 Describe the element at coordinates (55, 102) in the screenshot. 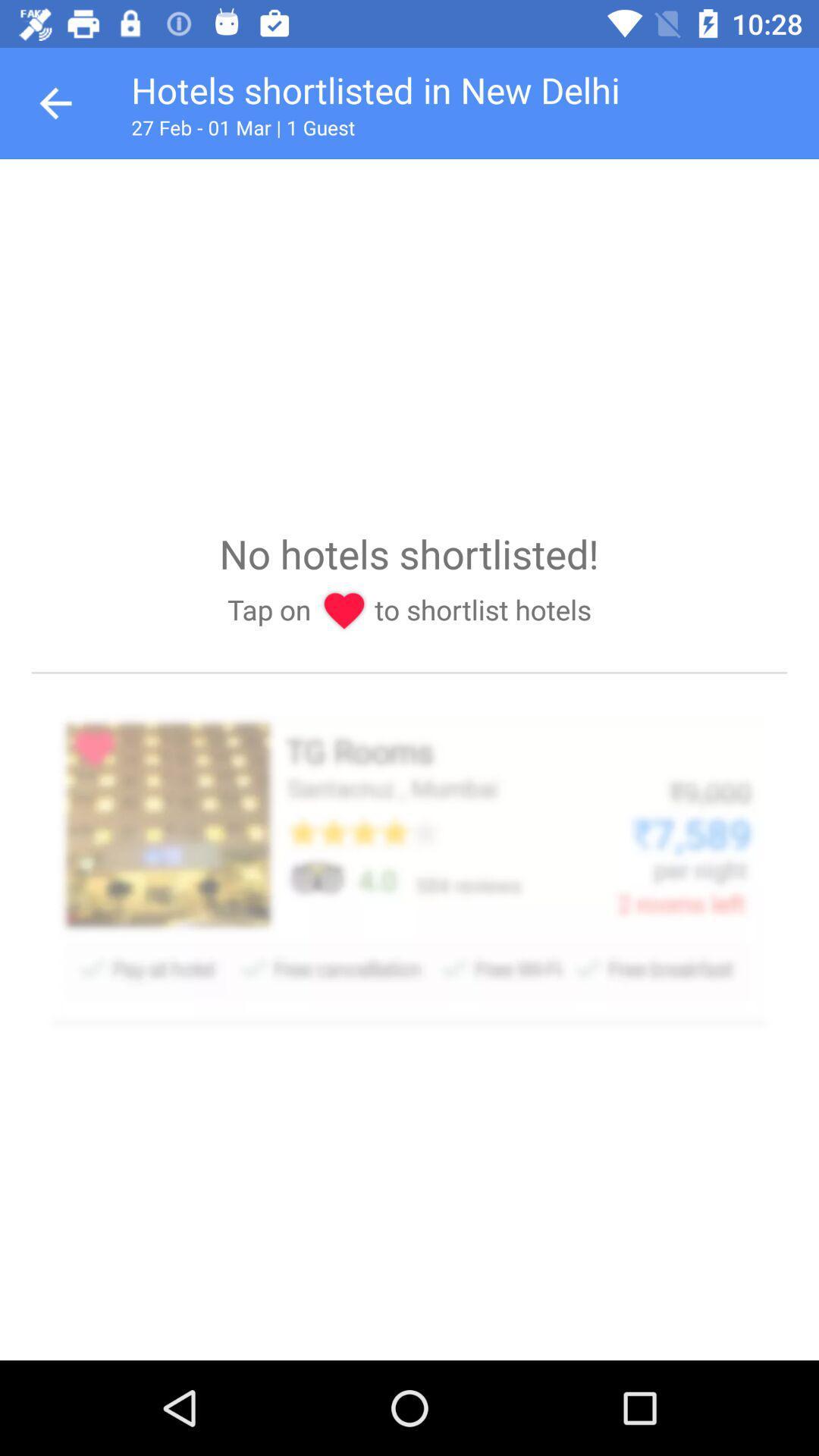

I see `icon next to the hotels shortlisted in` at that location.